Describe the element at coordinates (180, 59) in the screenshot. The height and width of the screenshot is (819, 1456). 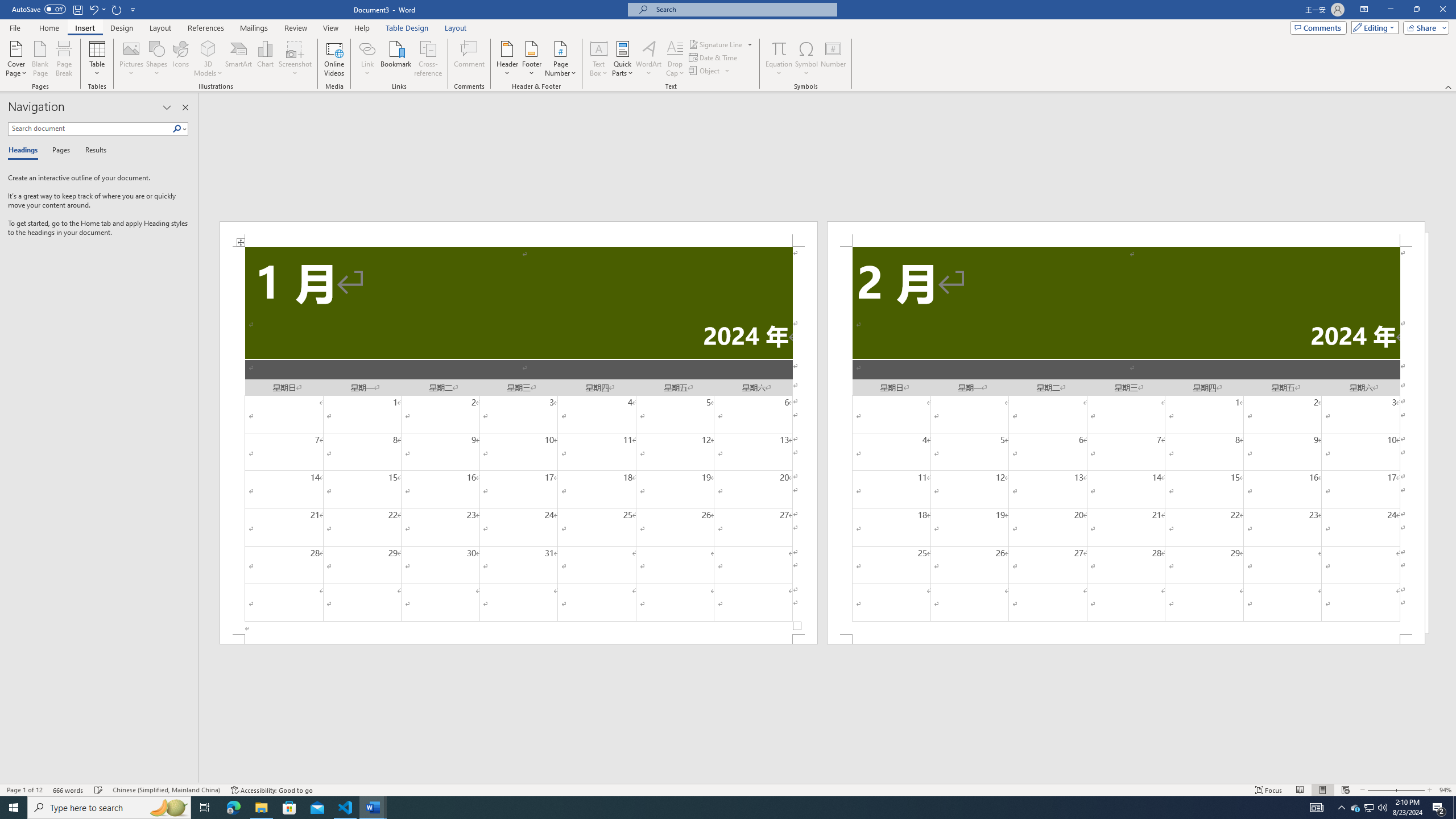
I see `'Icons'` at that location.